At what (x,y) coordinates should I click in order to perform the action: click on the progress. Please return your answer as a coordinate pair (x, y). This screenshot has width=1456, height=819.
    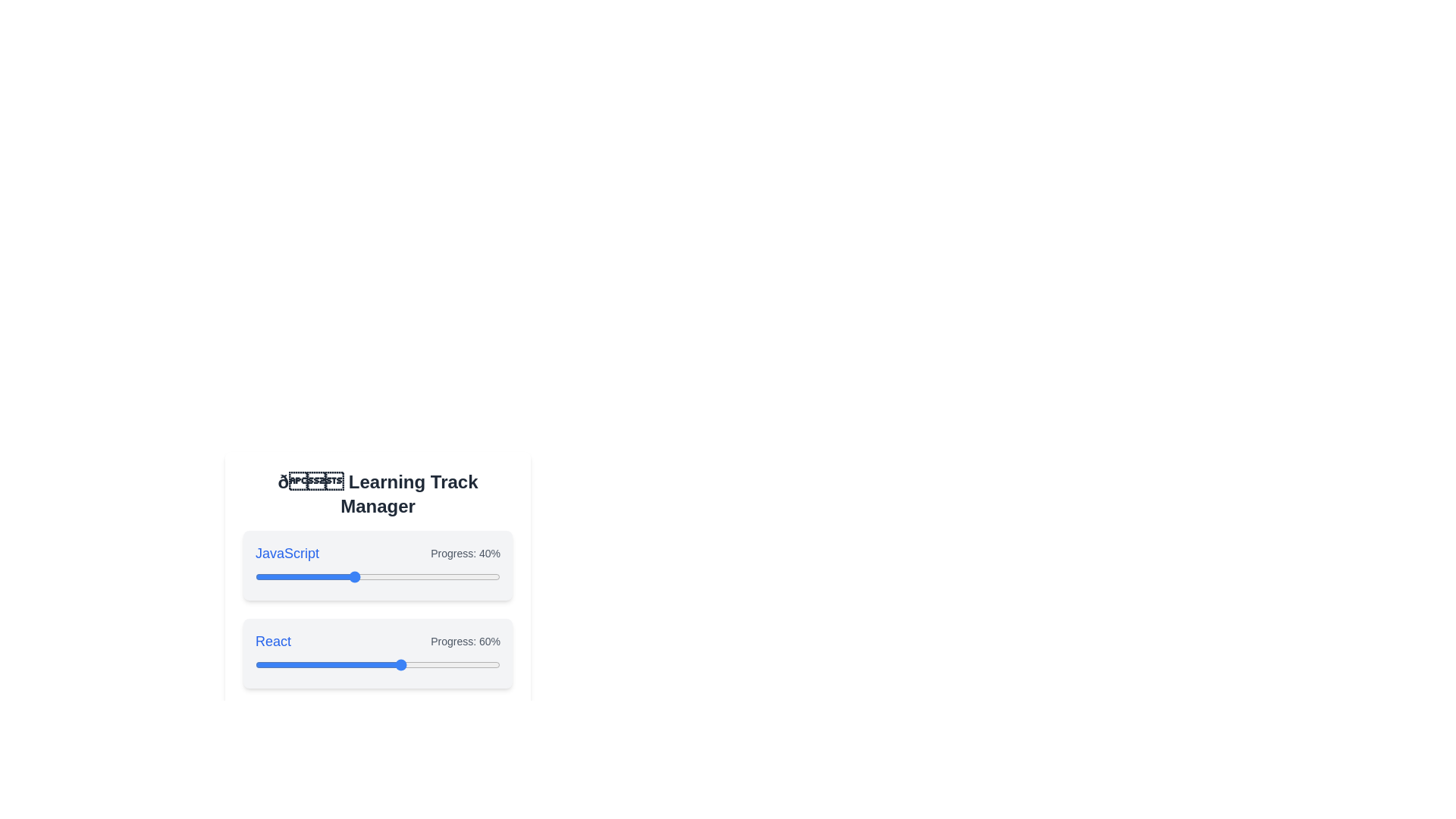
    Looking at the image, I should click on (280, 664).